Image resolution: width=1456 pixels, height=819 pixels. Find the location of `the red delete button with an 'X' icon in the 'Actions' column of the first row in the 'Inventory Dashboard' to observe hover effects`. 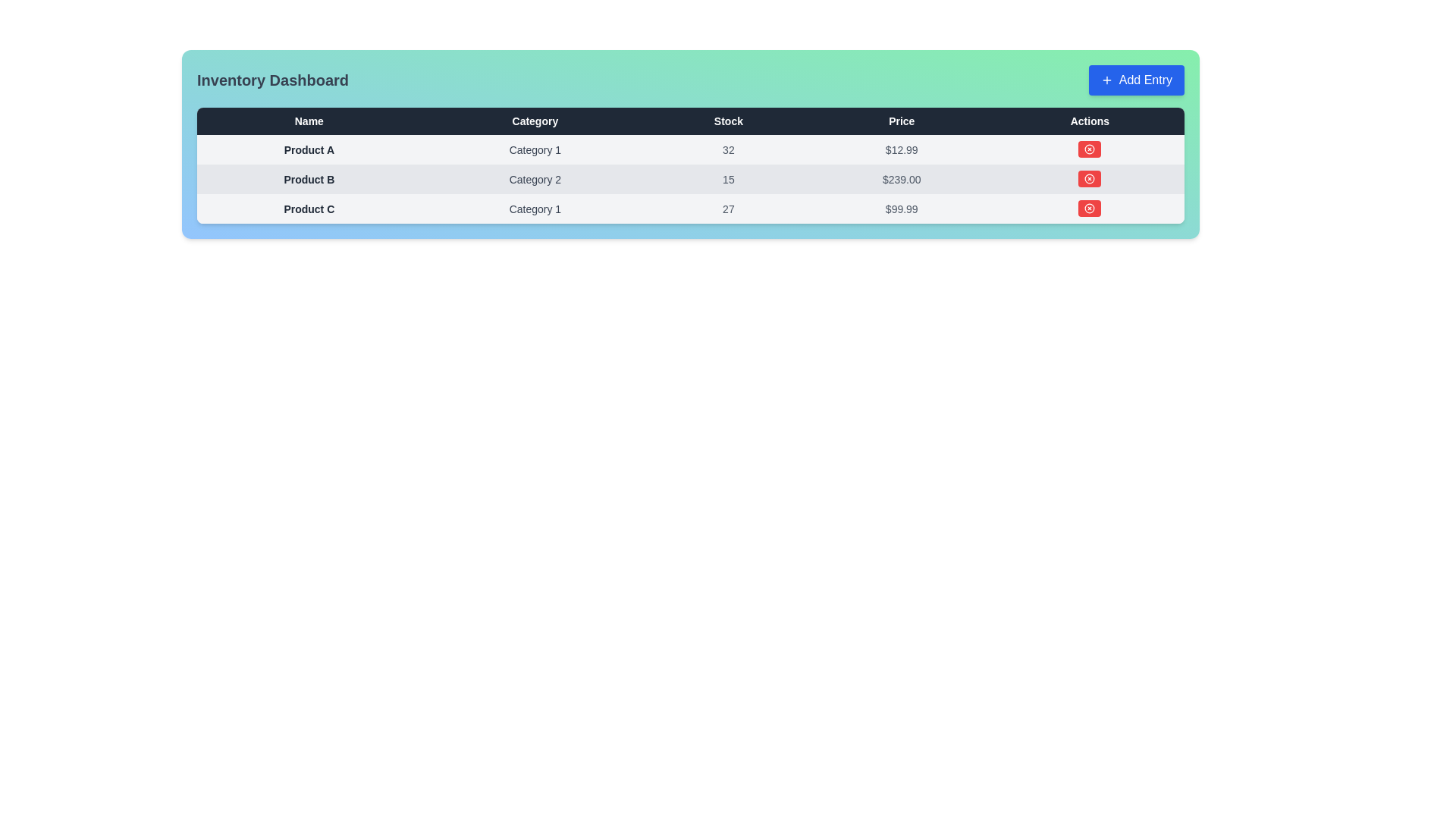

the red delete button with an 'X' icon in the 'Actions' column of the first row in the 'Inventory Dashboard' to observe hover effects is located at coordinates (1089, 149).